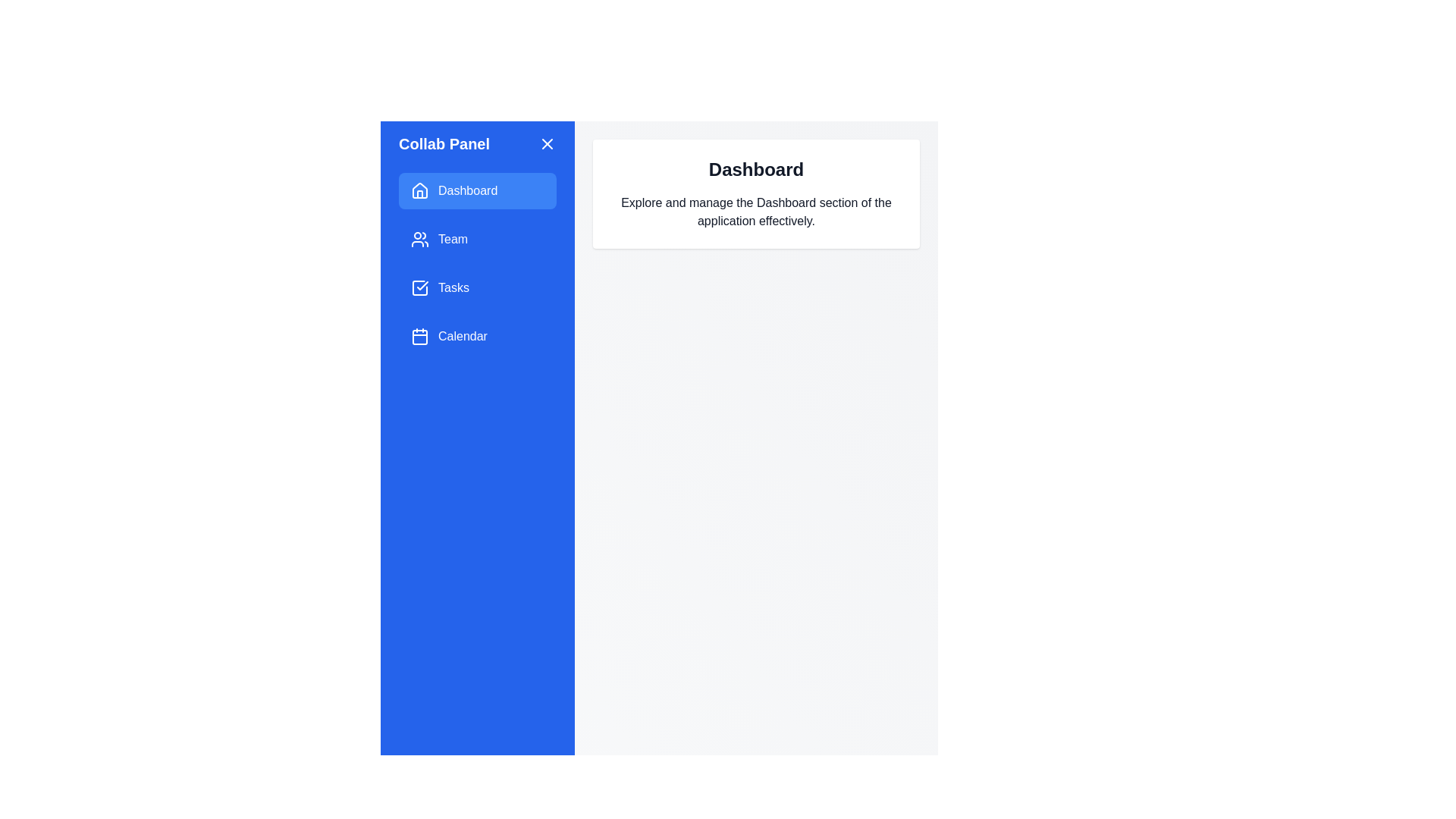 The width and height of the screenshot is (1456, 819). Describe the element at coordinates (476, 190) in the screenshot. I see `the Dashboard option from the navigation menu` at that location.